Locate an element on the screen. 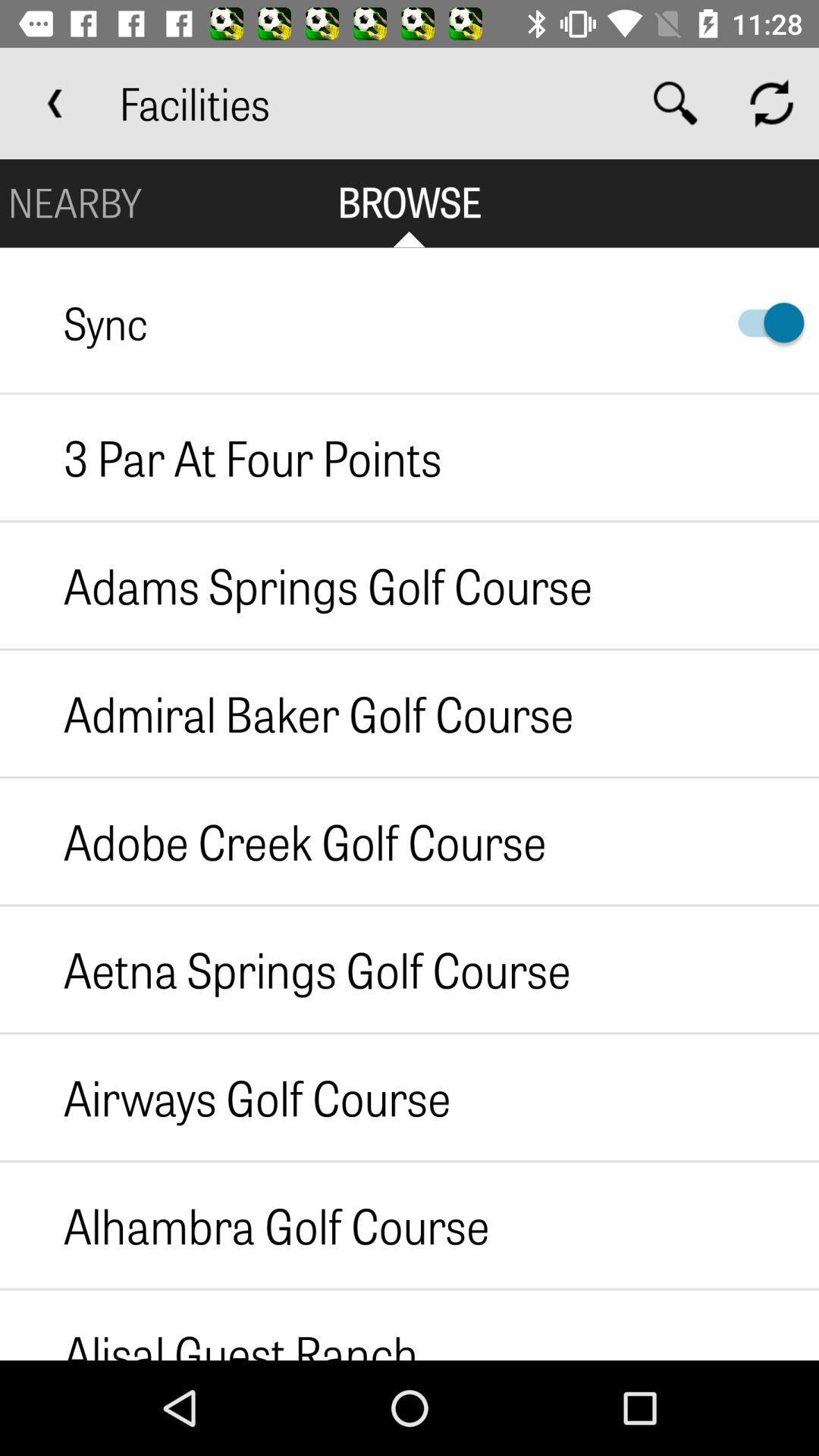  icon below alhambra golf course item is located at coordinates (209, 1324).